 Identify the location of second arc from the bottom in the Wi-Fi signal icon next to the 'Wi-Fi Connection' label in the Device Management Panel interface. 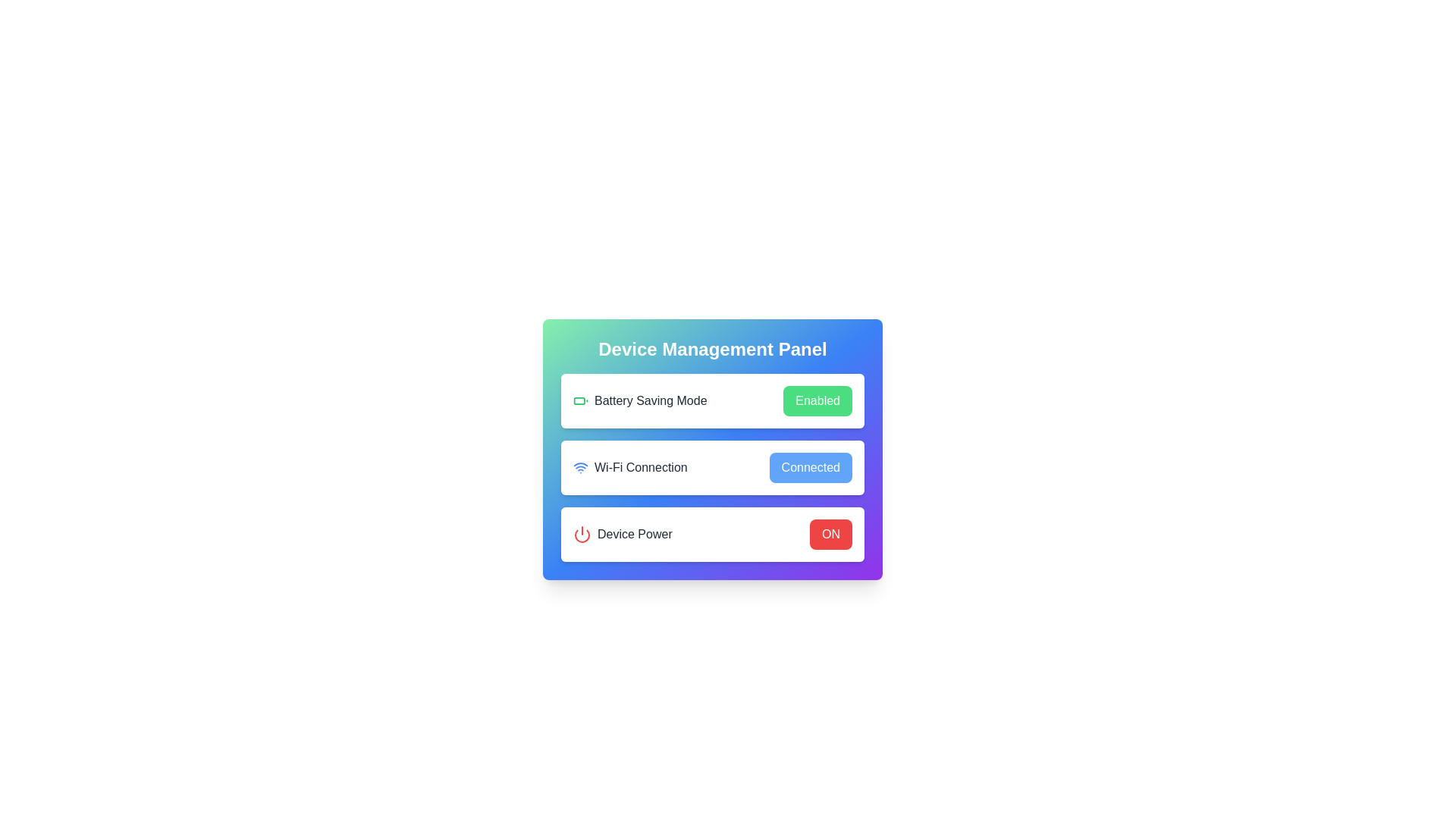
(580, 463).